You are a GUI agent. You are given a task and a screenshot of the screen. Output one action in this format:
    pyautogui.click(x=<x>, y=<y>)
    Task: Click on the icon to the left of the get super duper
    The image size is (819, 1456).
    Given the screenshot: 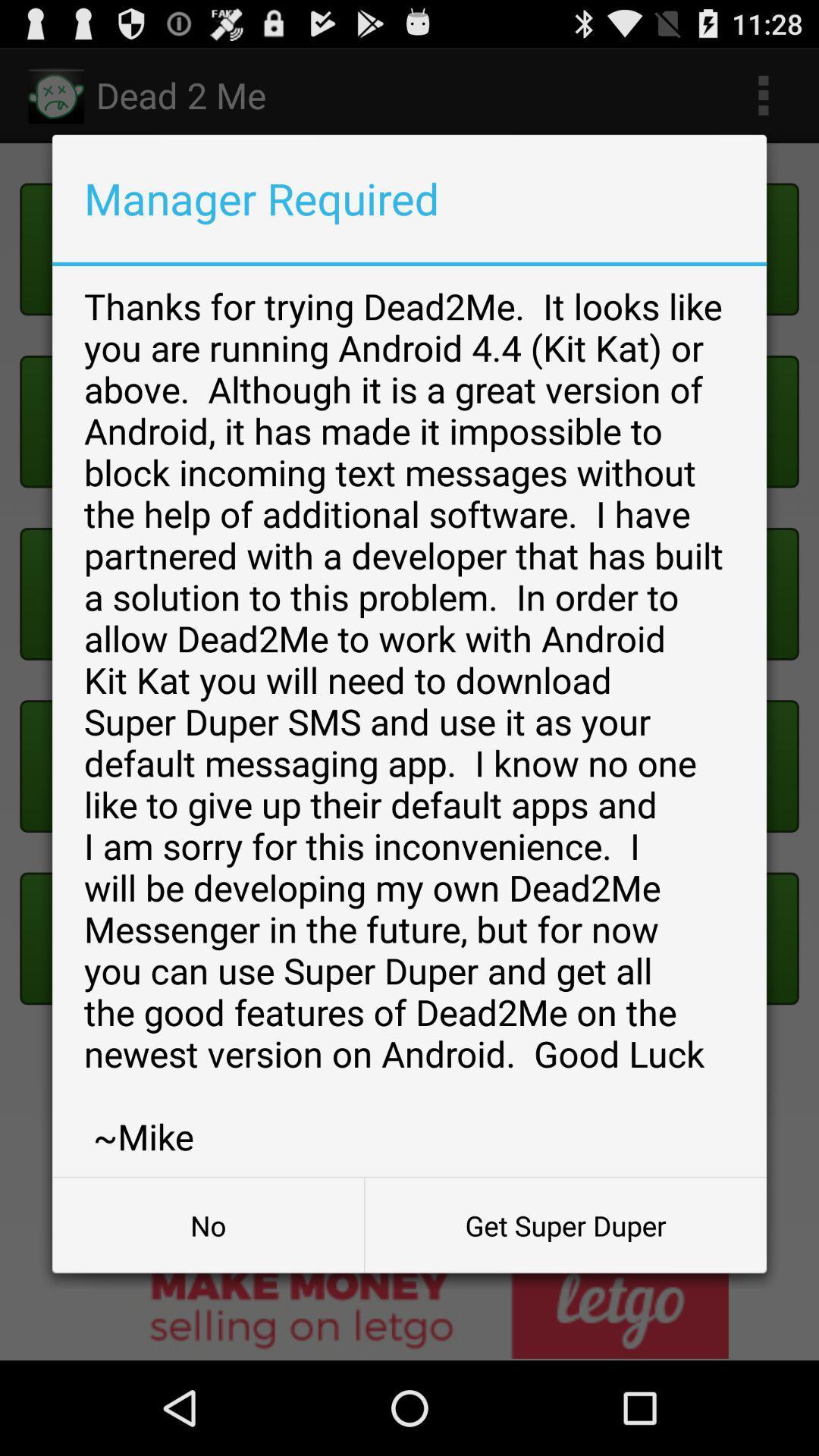 What is the action you would take?
    pyautogui.click(x=208, y=1225)
    